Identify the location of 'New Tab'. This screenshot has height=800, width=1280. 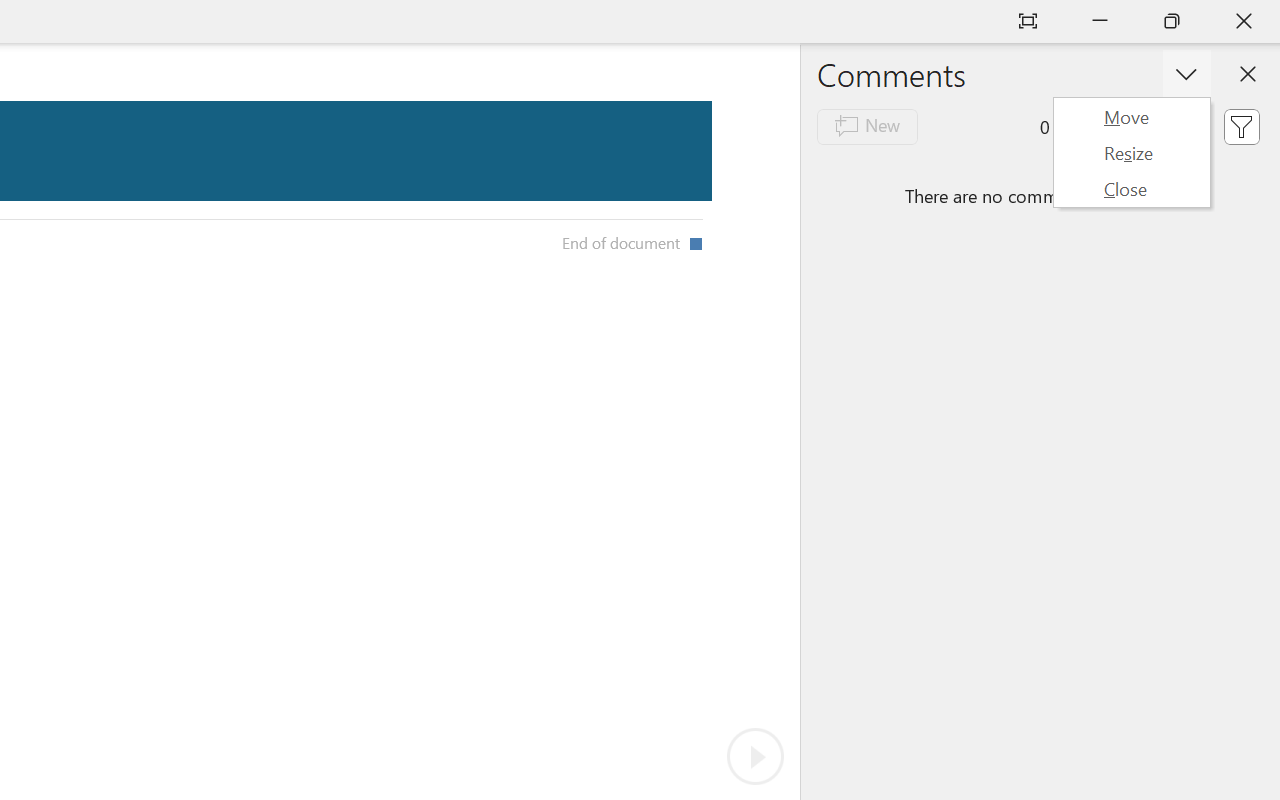
(1016, 22).